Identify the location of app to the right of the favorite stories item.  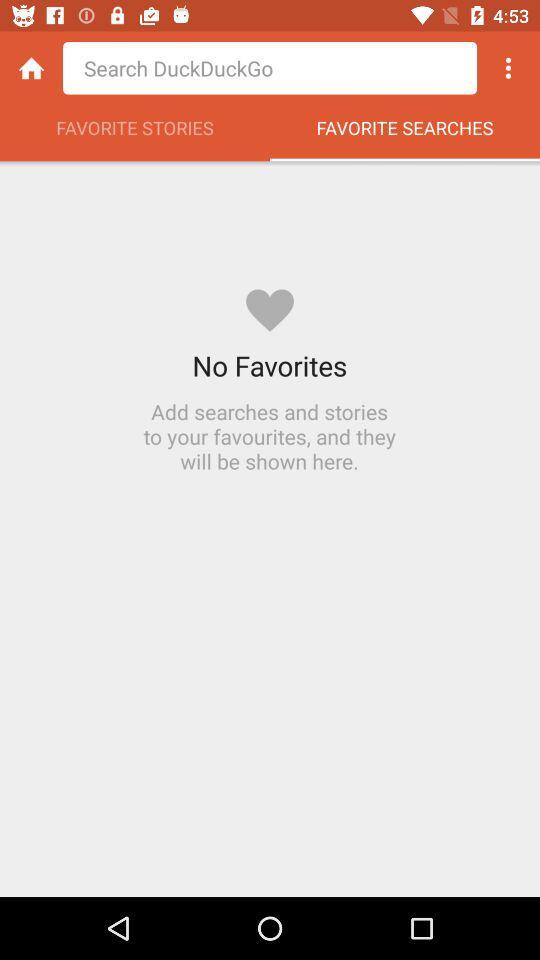
(405, 132).